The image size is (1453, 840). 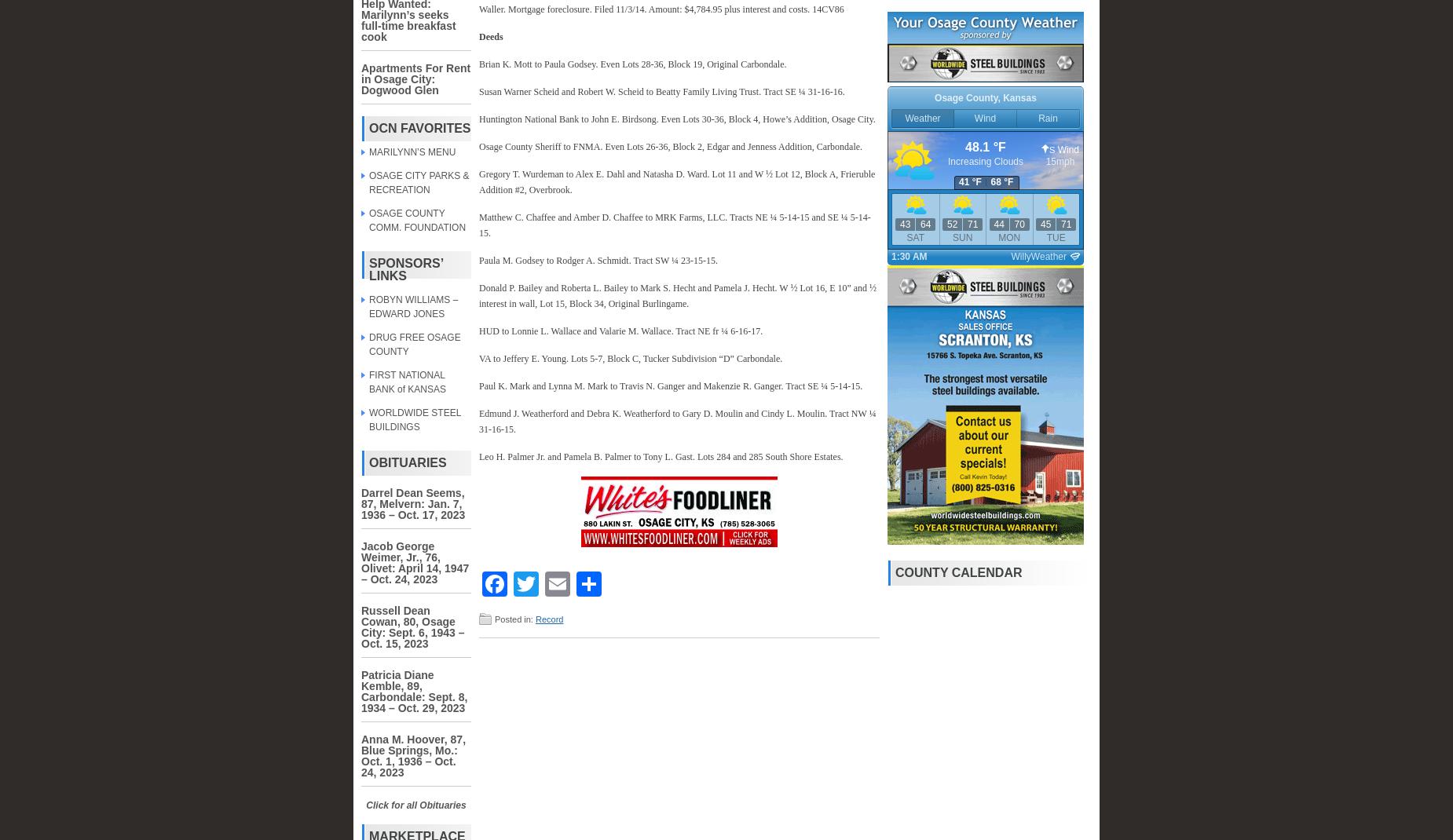 What do you see at coordinates (369, 182) in the screenshot?
I see `'OSAGE CITY PARKS & RECREATION'` at bounding box center [369, 182].